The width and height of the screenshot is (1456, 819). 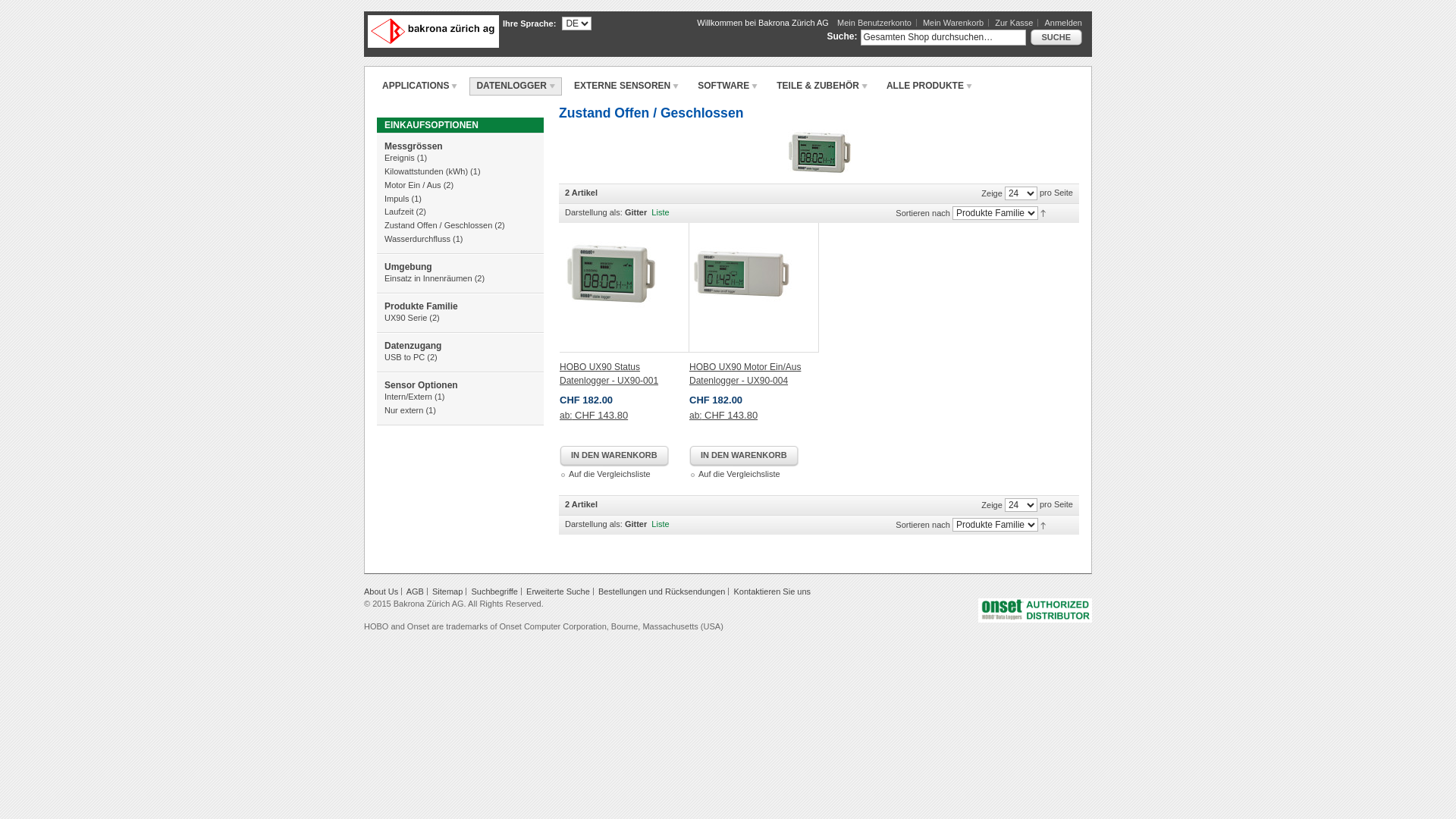 I want to click on 'Sitemap', so click(x=447, y=590).